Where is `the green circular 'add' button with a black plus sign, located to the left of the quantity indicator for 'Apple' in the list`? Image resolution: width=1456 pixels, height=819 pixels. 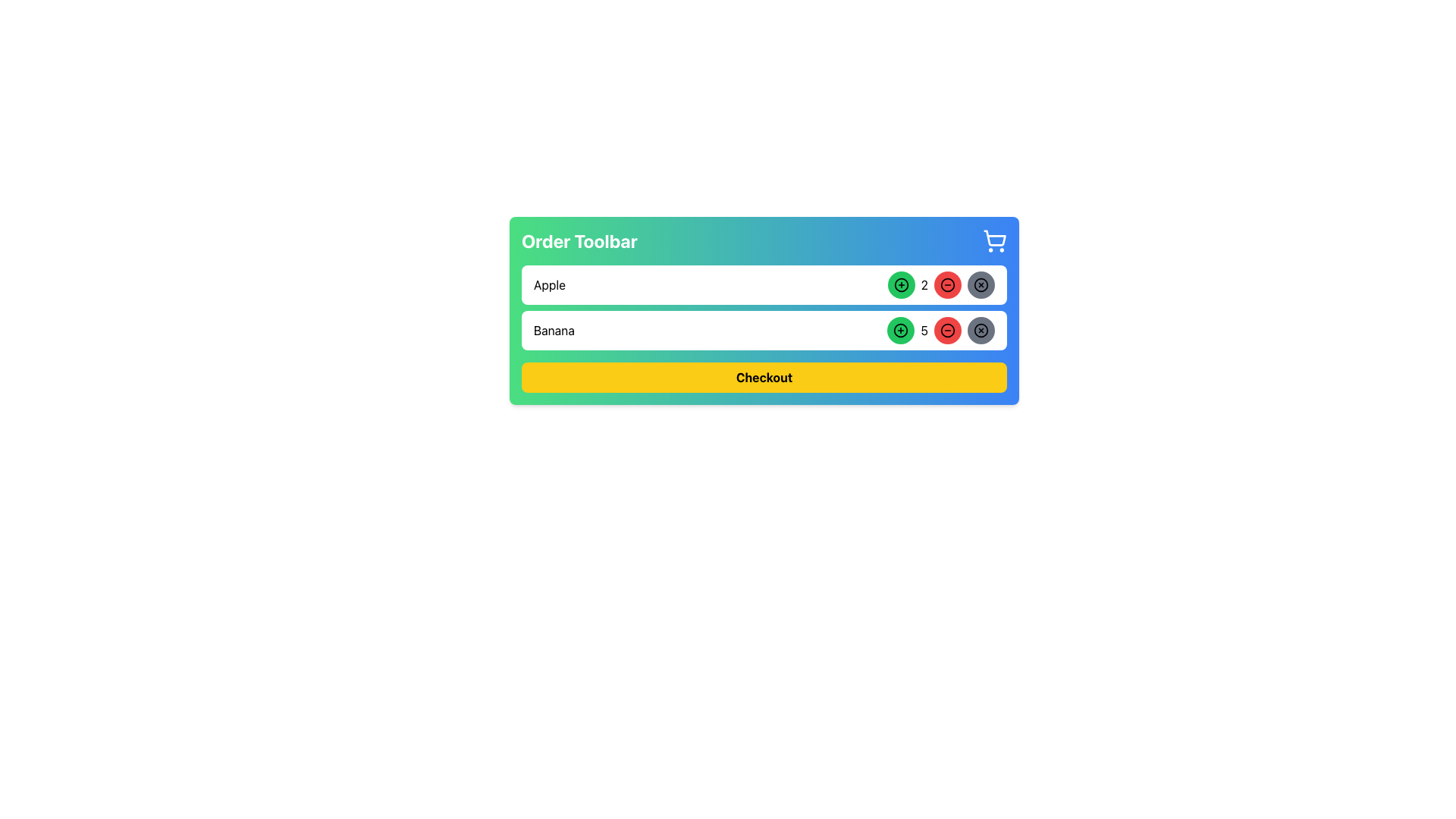 the green circular 'add' button with a black plus sign, located to the left of the quantity indicator for 'Apple' in the list is located at coordinates (901, 284).